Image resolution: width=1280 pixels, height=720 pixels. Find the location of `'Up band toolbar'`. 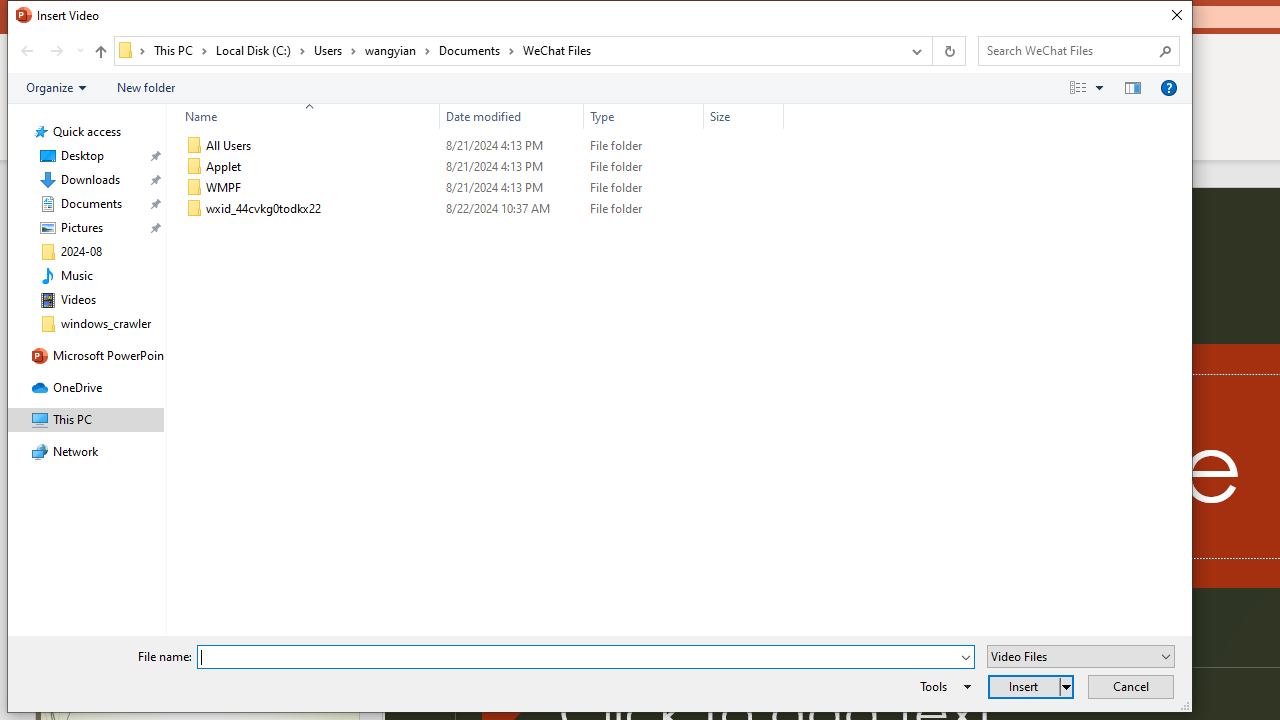

'Up band toolbar' is located at coordinates (100, 53).